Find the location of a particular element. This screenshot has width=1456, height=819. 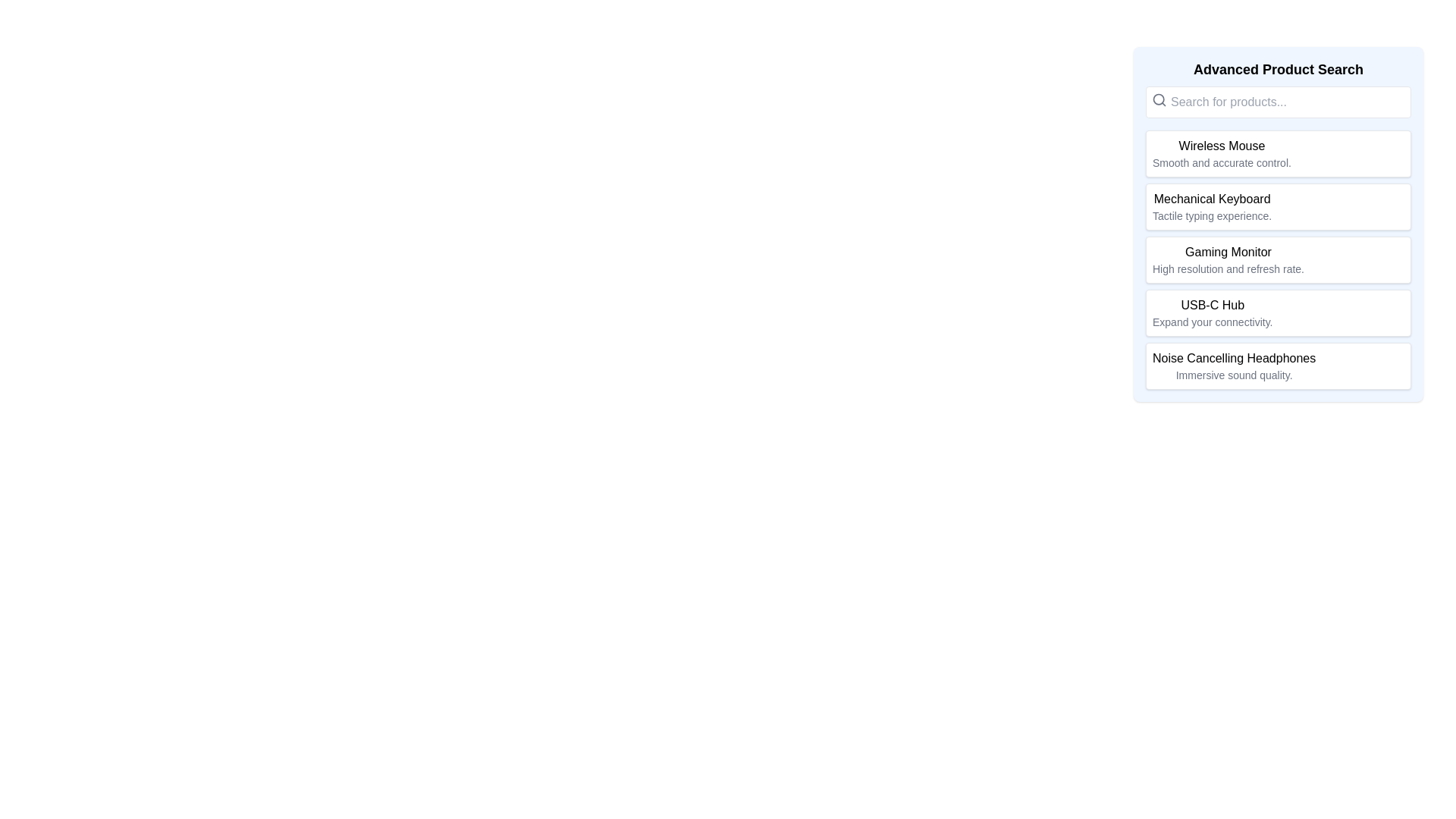

the text block labeled 'USB-C Hub' which contains two lines of text: the first line is bold and larger, and the second line is smaller and in grey is located at coordinates (1212, 312).